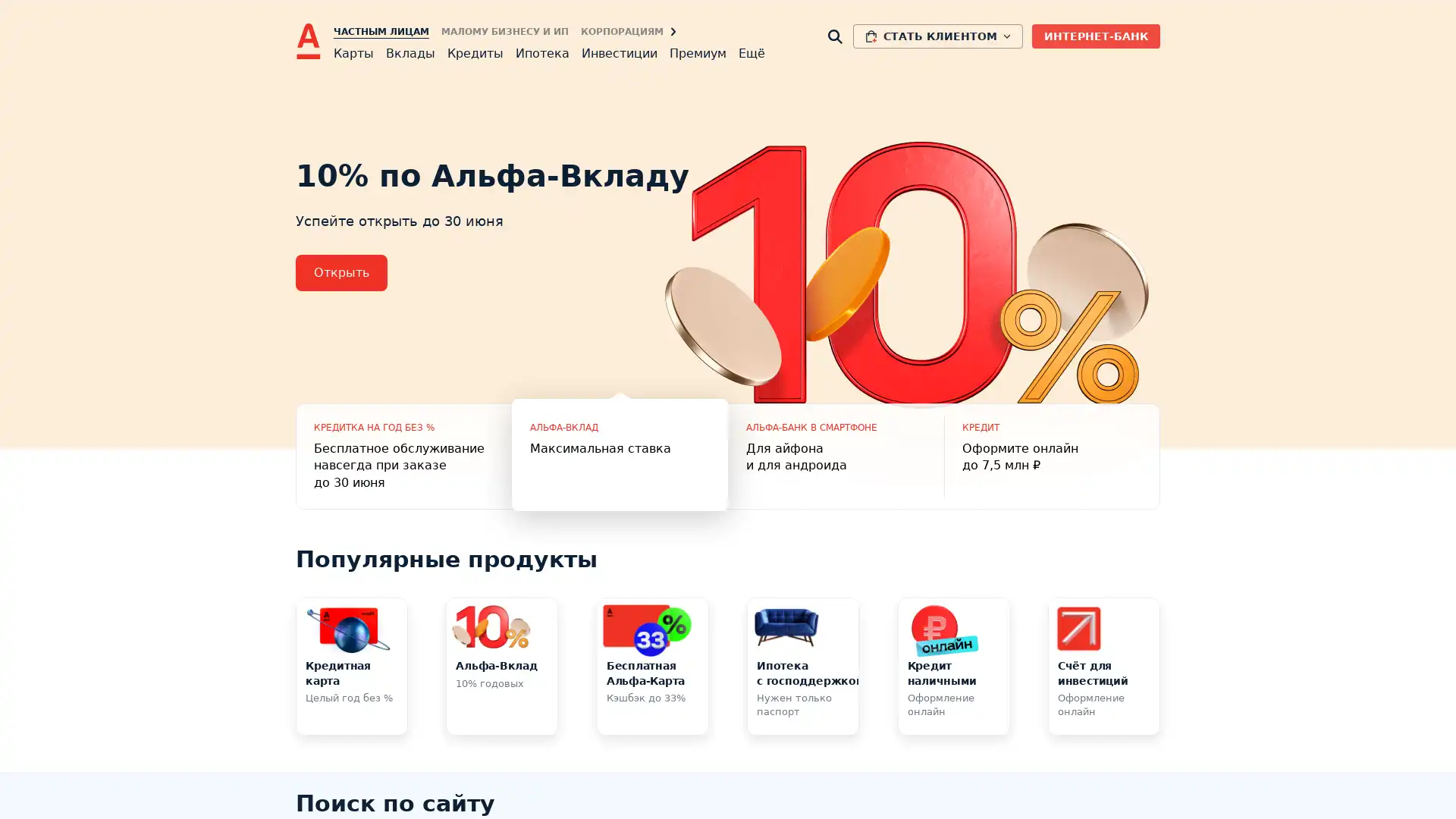  Describe the element at coordinates (1051, 455) in the screenshot. I see `7,5` at that location.